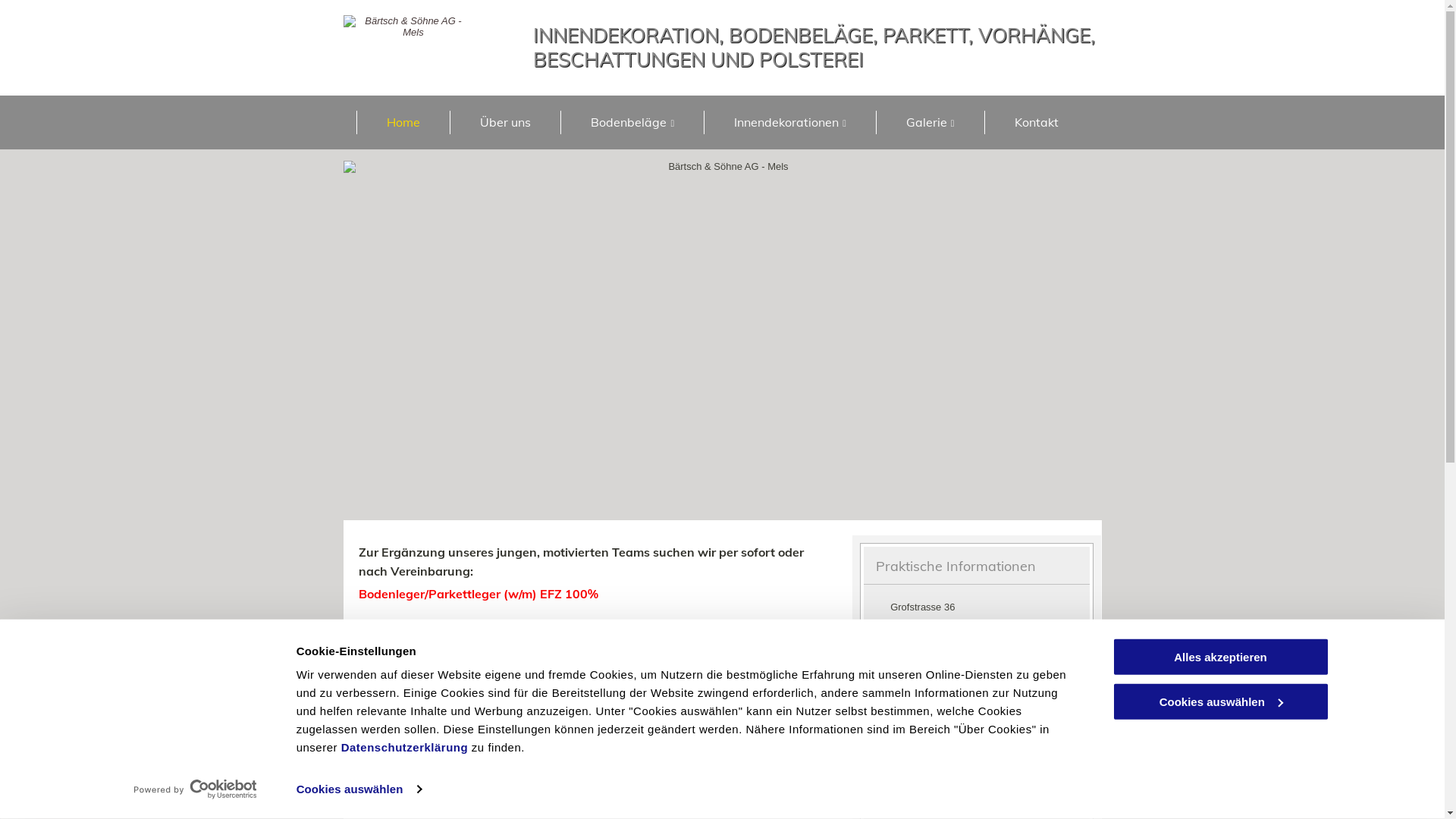 The image size is (1456, 819). Describe the element at coordinates (929, 121) in the screenshot. I see `'Galerie'` at that location.